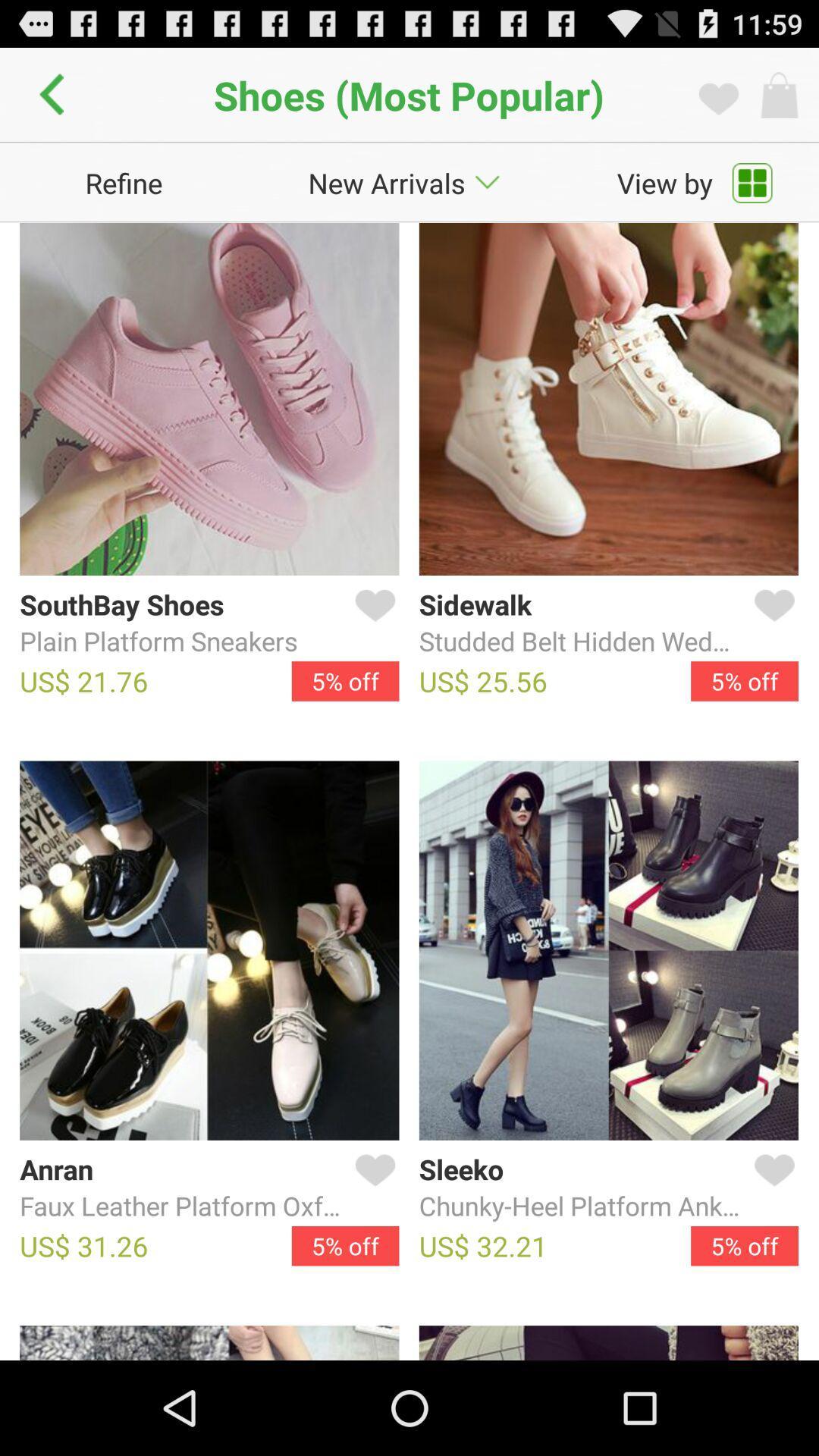 The image size is (819, 1456). I want to click on move back, so click(55, 94).